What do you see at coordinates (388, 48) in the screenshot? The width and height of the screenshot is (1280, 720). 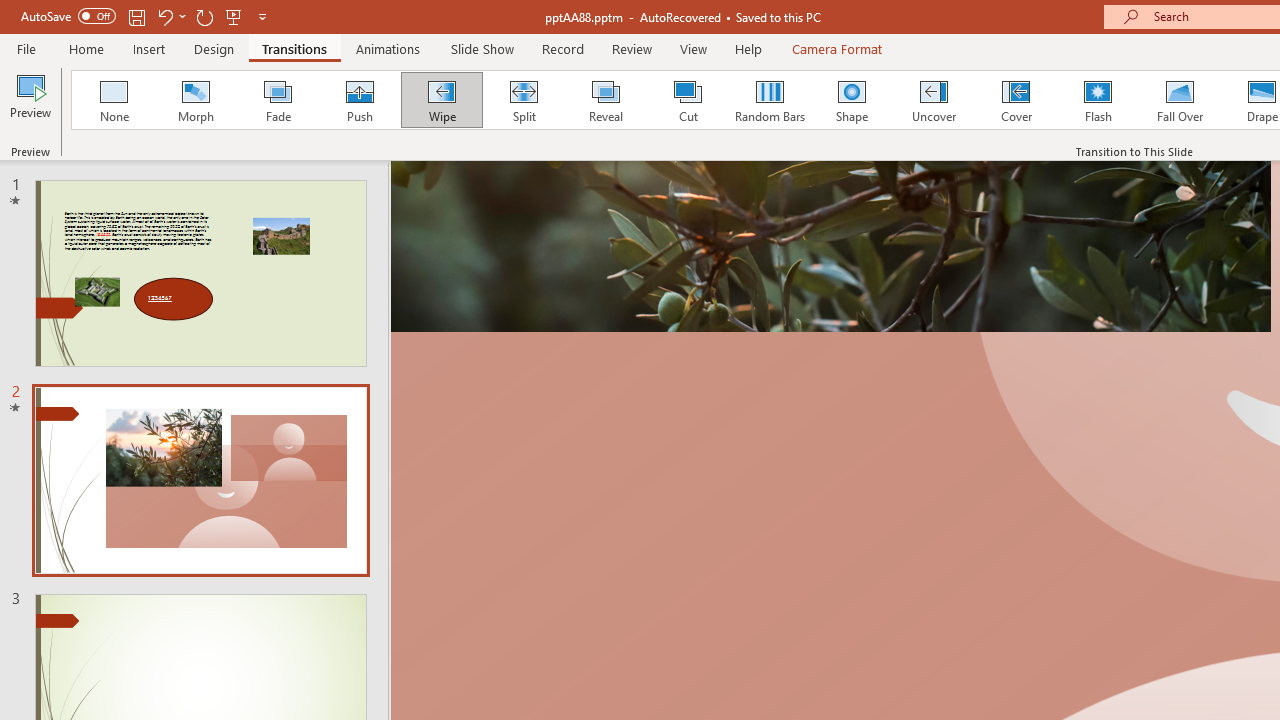 I see `'Animations'` at bounding box center [388, 48].